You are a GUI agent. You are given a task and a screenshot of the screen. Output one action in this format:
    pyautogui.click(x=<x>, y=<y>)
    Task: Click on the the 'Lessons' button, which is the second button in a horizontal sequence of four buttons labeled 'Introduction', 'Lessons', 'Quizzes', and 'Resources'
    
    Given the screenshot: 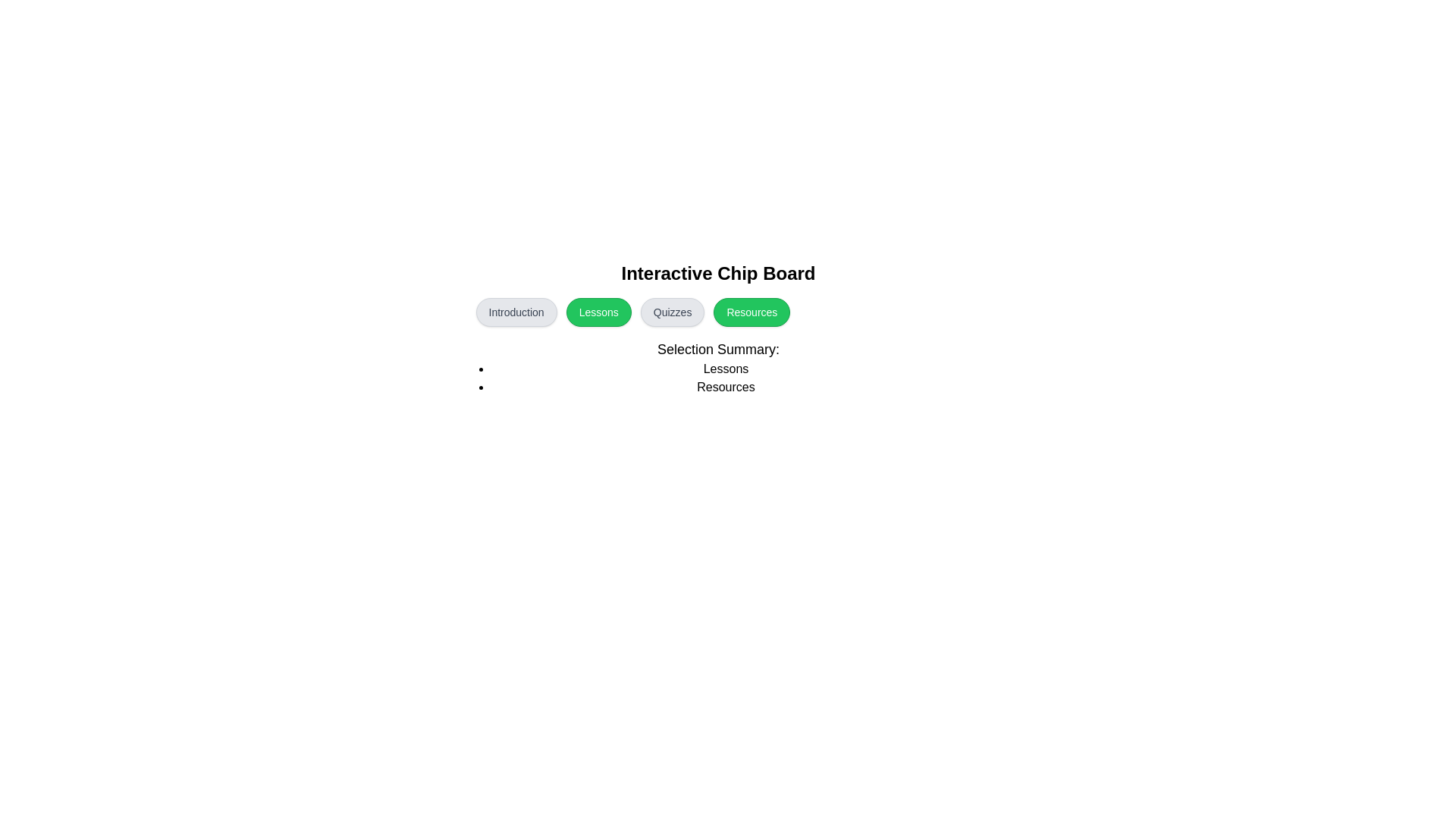 What is the action you would take?
    pyautogui.click(x=598, y=312)
    